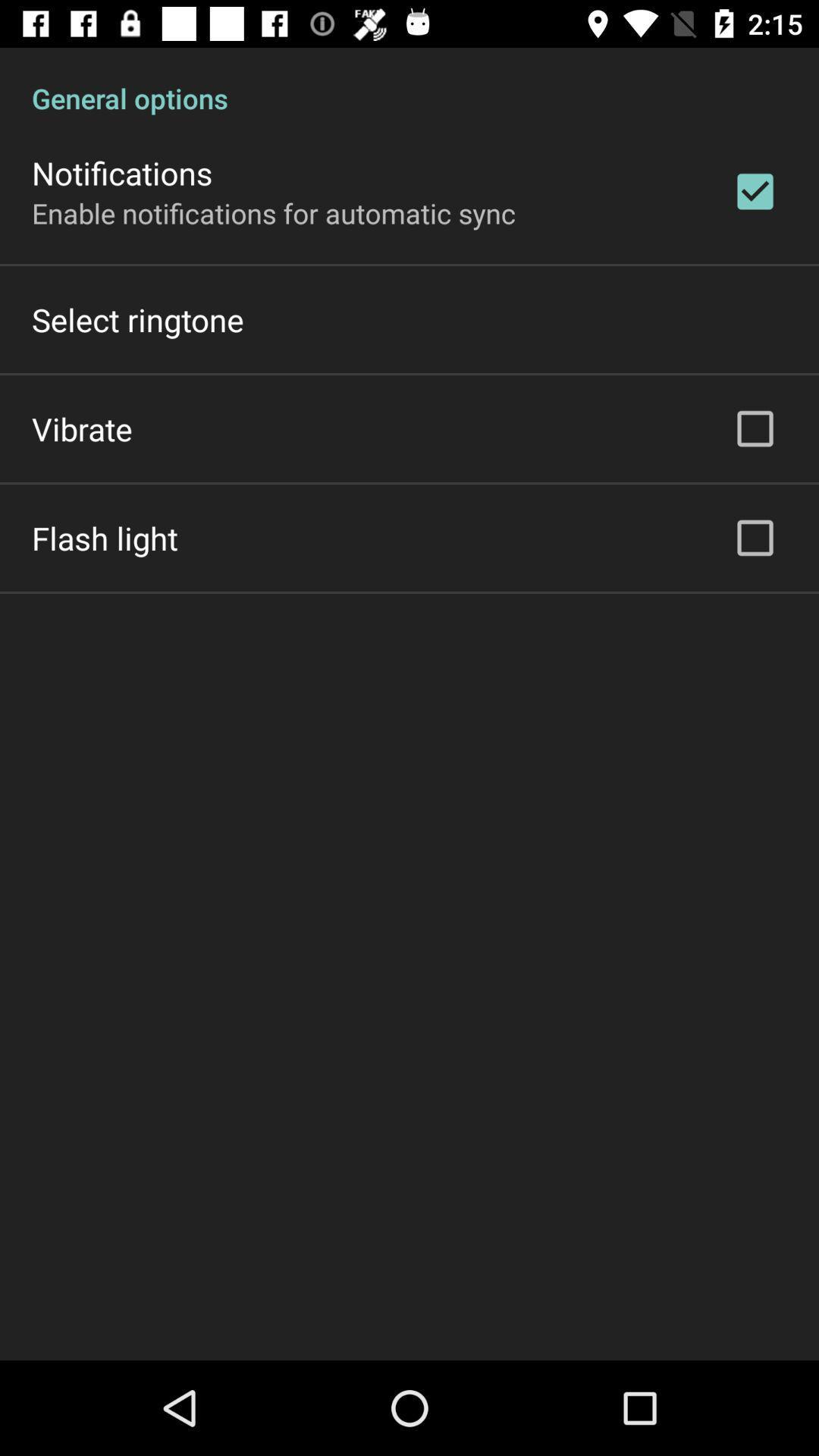 The image size is (819, 1456). What do you see at coordinates (274, 212) in the screenshot?
I see `enable notifications for item` at bounding box center [274, 212].